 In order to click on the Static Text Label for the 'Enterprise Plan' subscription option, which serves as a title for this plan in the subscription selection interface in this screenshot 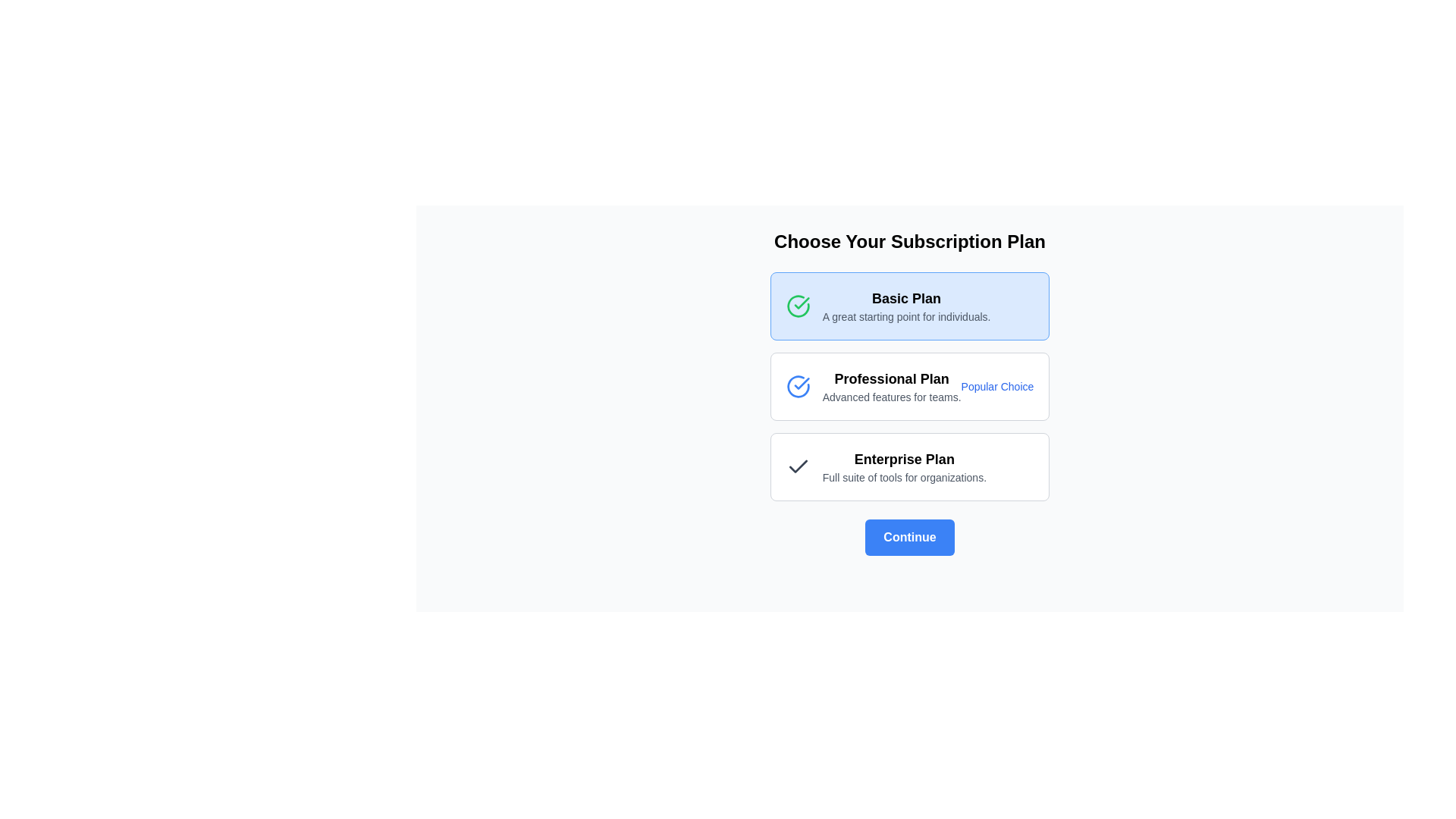, I will do `click(904, 458)`.